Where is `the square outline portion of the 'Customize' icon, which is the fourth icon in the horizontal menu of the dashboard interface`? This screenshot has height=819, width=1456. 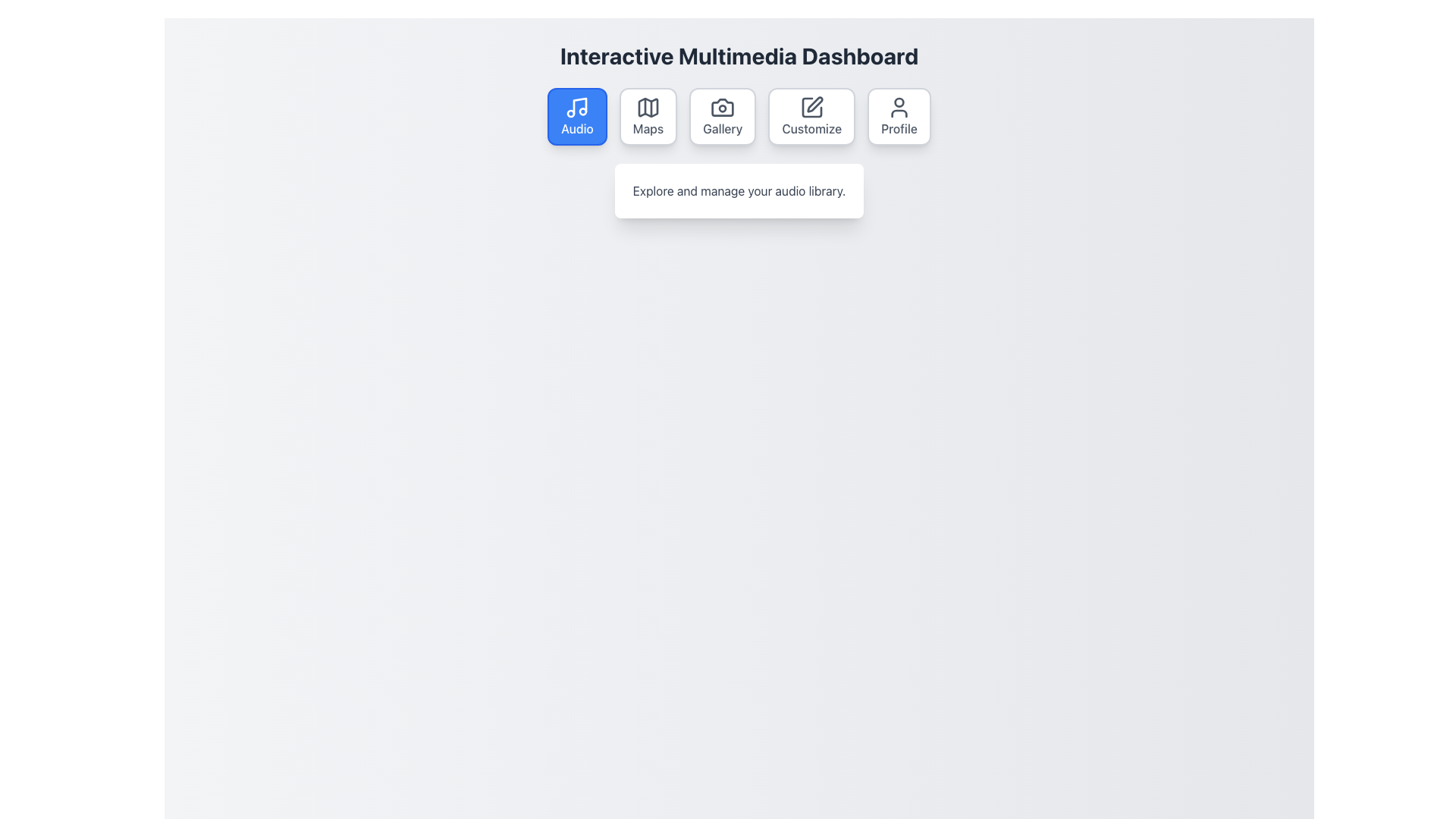 the square outline portion of the 'Customize' icon, which is the fourth icon in the horizontal menu of the dashboard interface is located at coordinates (811, 107).